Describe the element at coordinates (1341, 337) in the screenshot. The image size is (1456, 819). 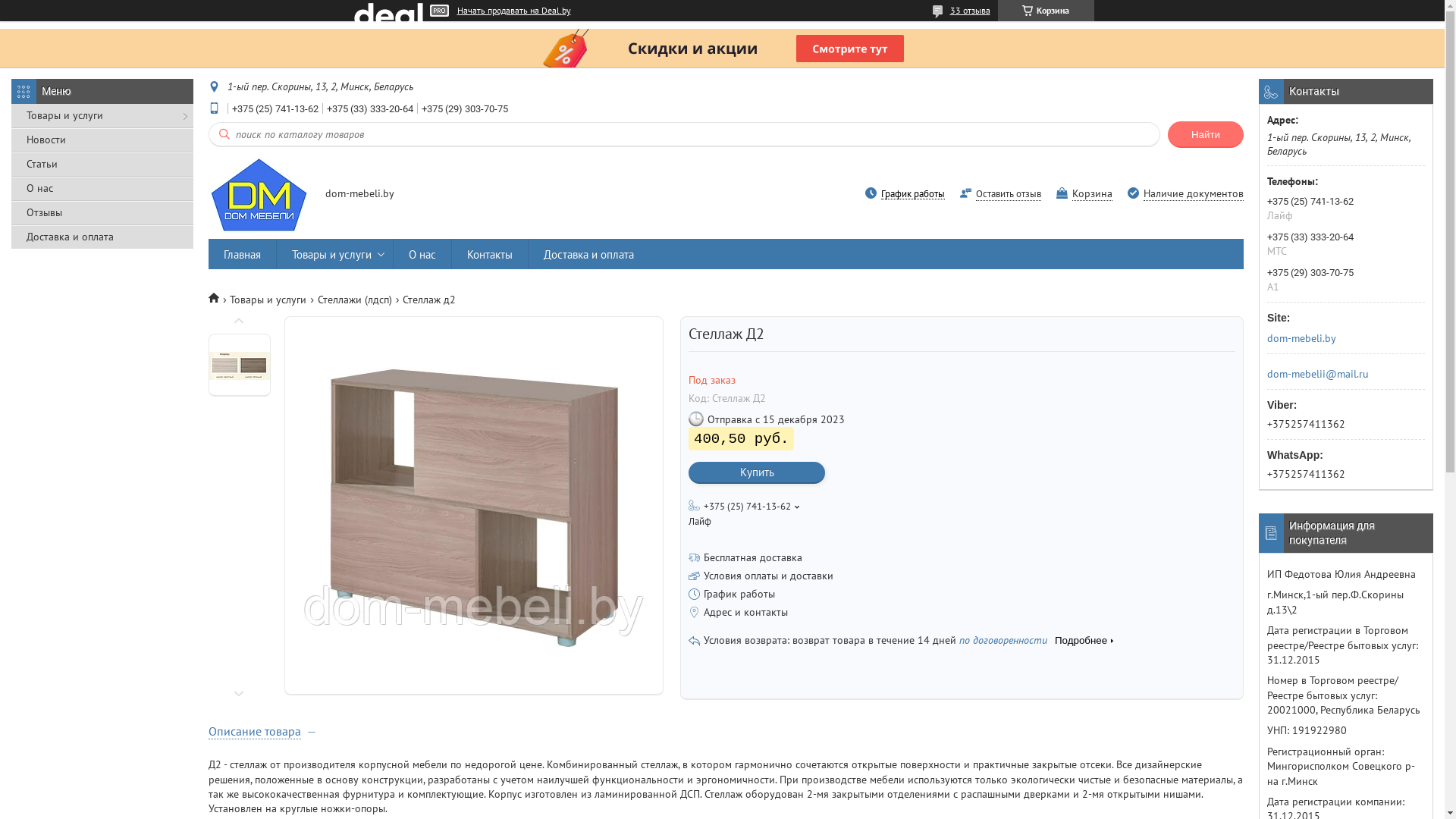
I see `'dom-mebeli.by'` at that location.